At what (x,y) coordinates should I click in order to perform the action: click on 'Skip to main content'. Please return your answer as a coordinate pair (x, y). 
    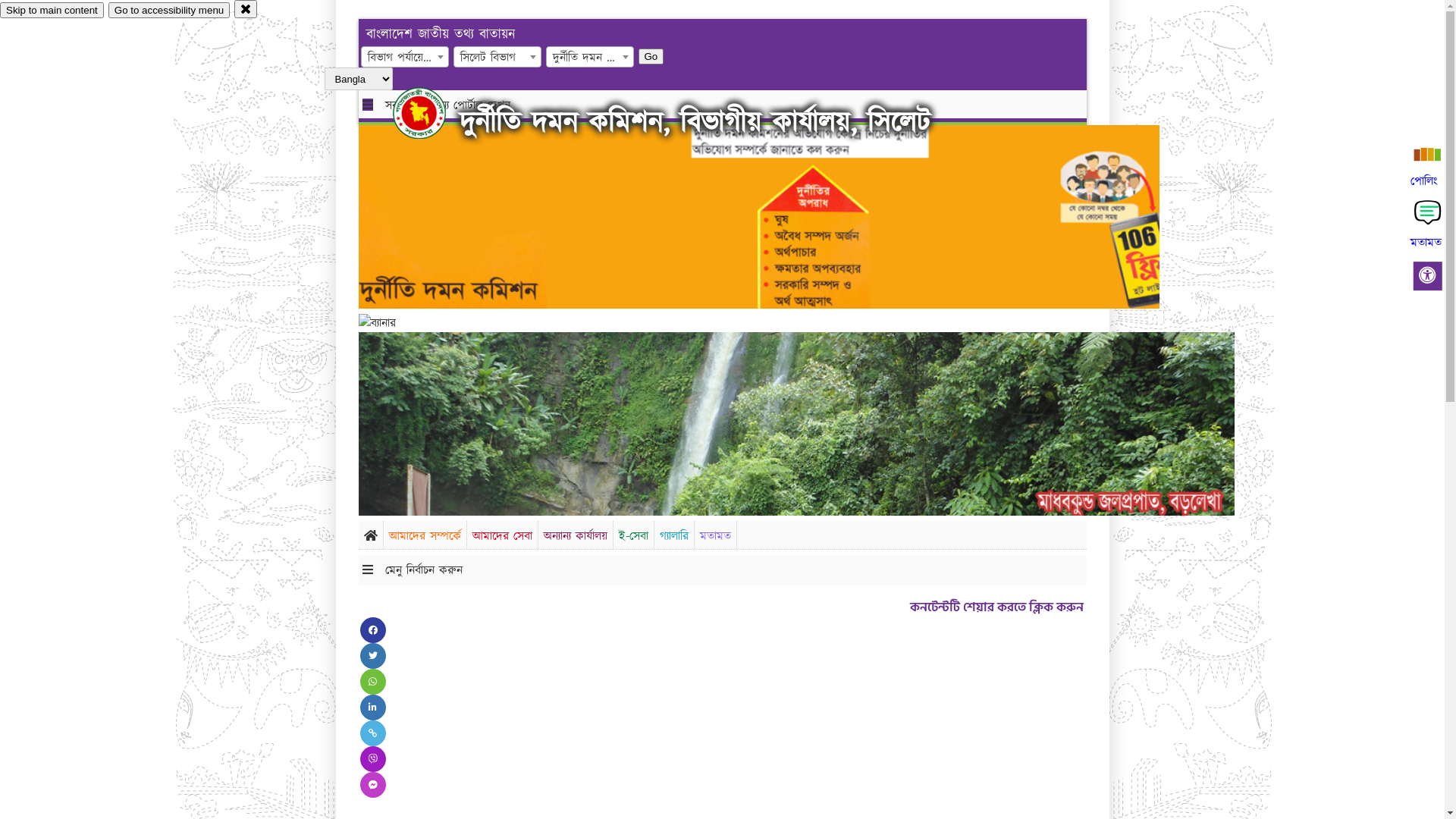
    Looking at the image, I should click on (52, 10).